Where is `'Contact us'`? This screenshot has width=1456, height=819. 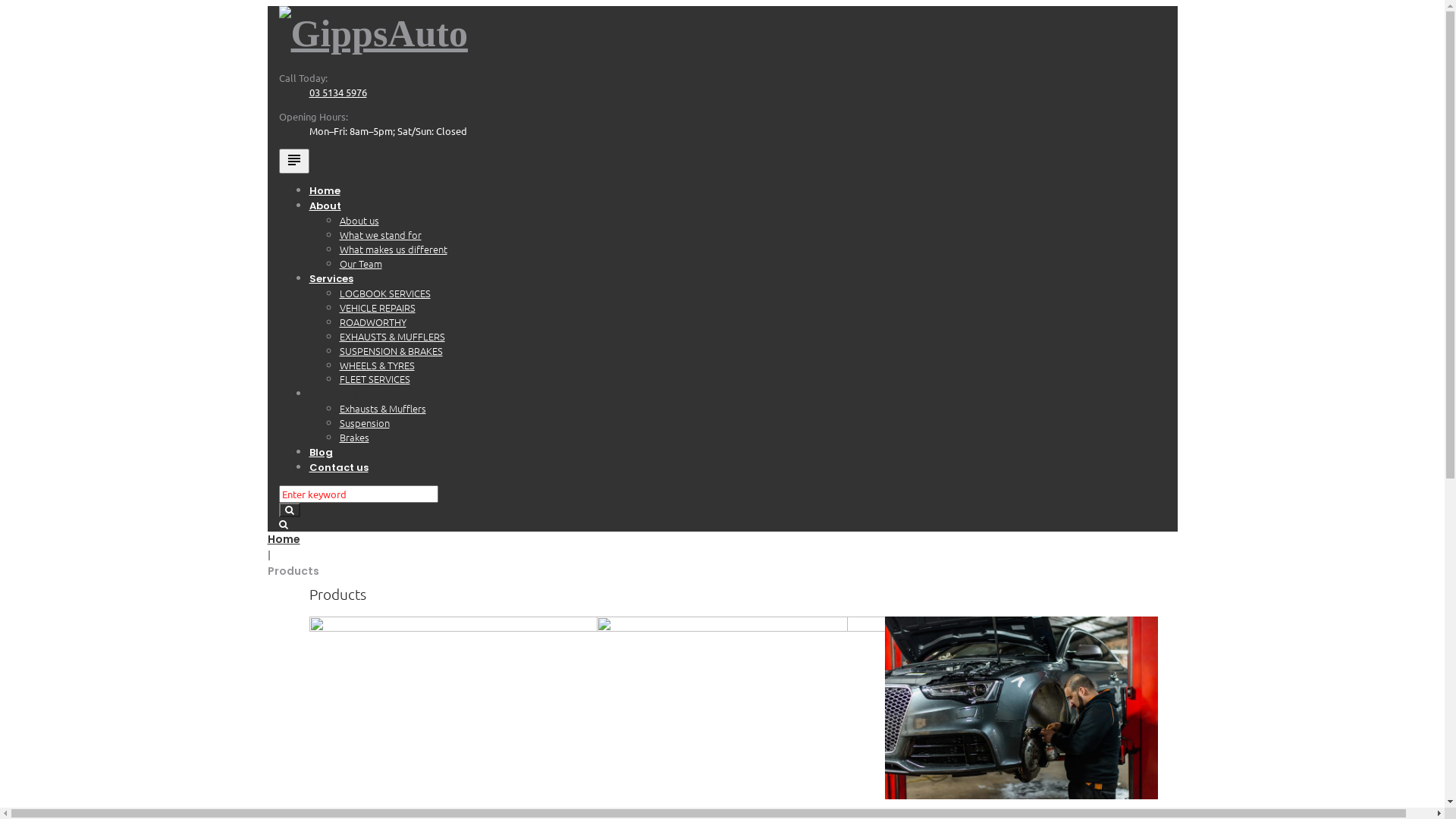
'Contact us' is located at coordinates (337, 466).